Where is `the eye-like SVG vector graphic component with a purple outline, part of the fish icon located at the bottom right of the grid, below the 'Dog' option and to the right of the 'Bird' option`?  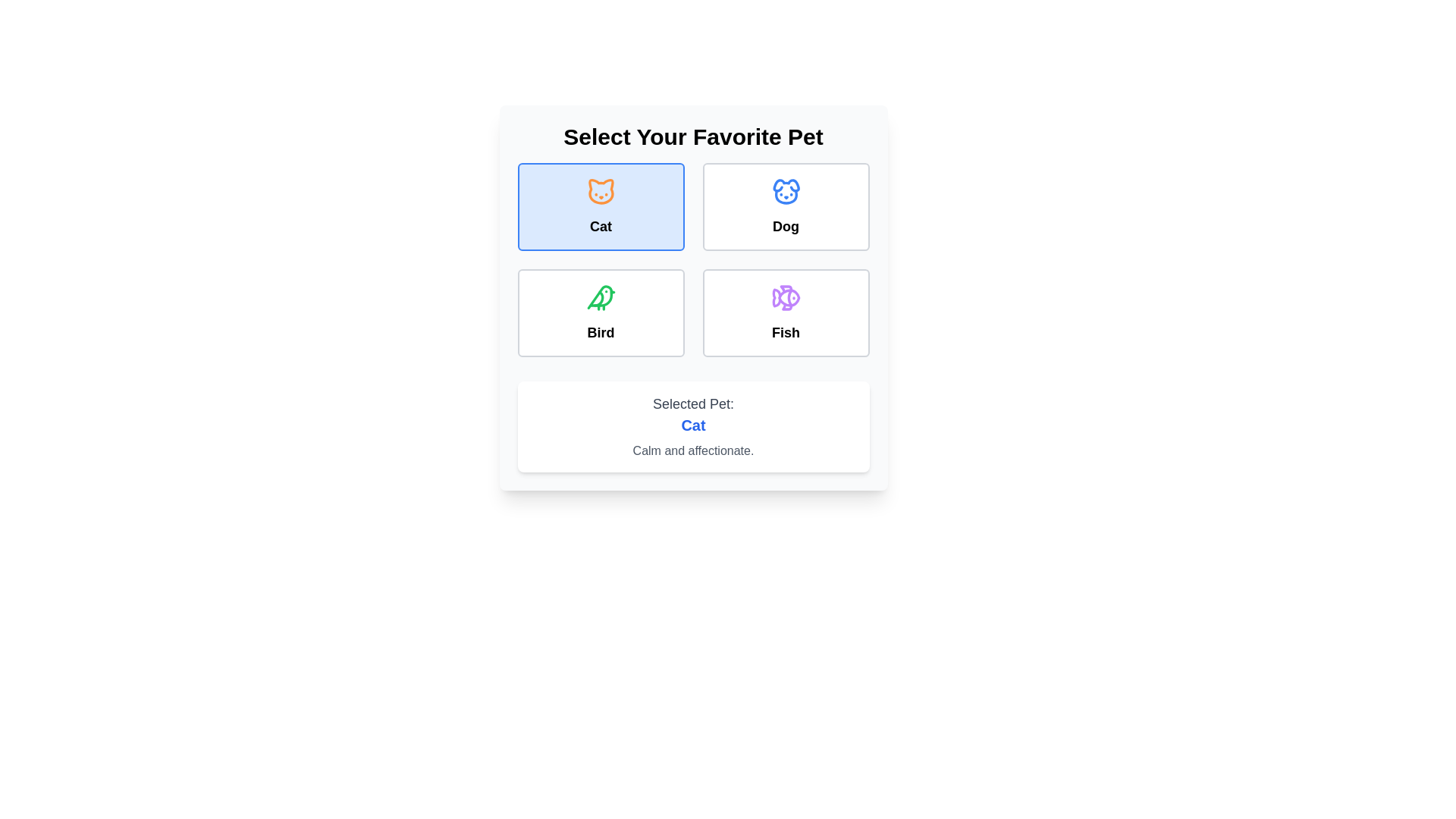
the eye-like SVG vector graphic component with a purple outline, part of the fish icon located at the bottom right of the grid, below the 'Dog' option and to the right of the 'Bird' option is located at coordinates (789, 298).